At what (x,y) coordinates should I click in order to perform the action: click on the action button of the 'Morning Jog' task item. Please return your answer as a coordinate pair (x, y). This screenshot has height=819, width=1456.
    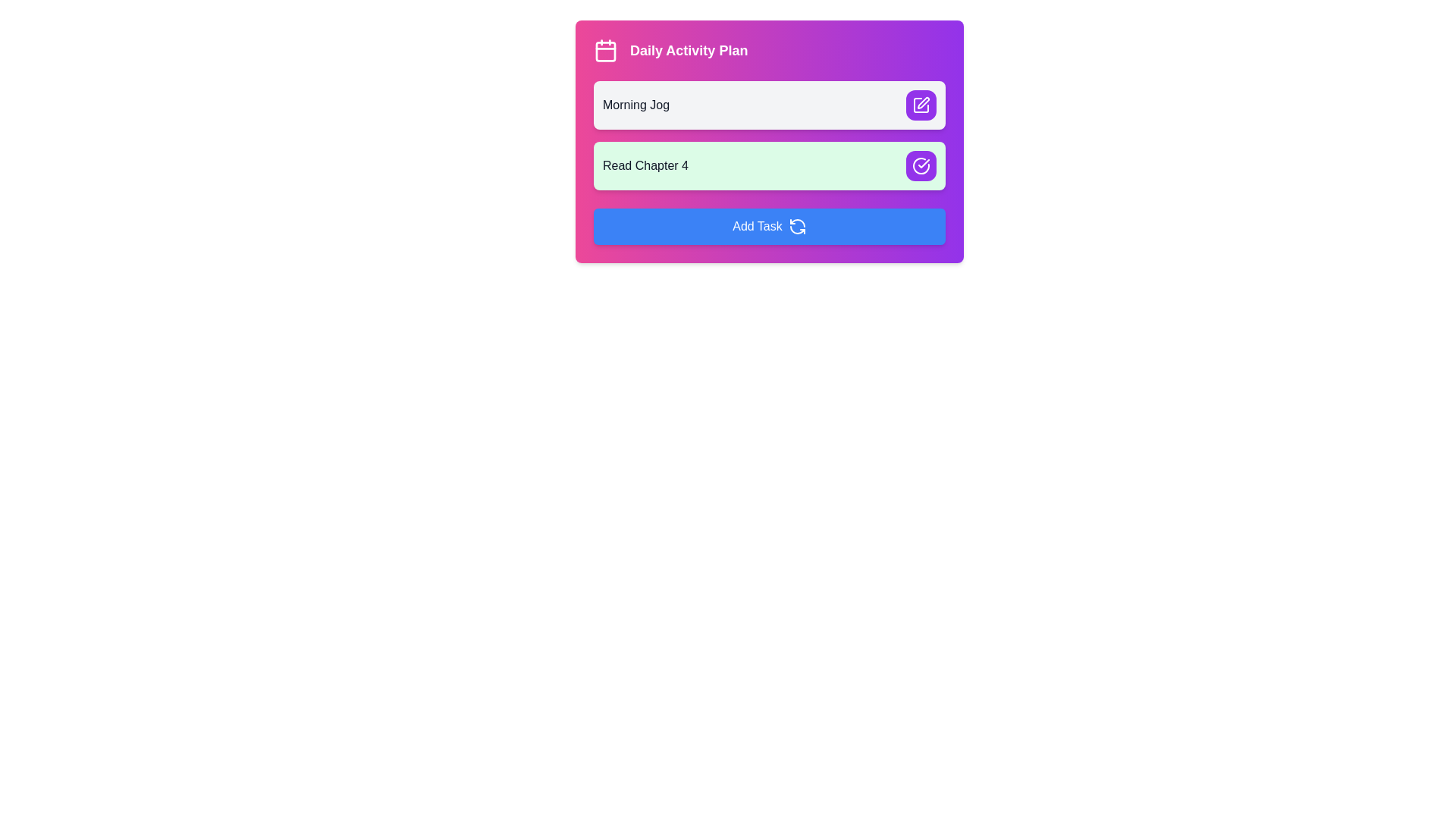
    Looking at the image, I should click on (769, 104).